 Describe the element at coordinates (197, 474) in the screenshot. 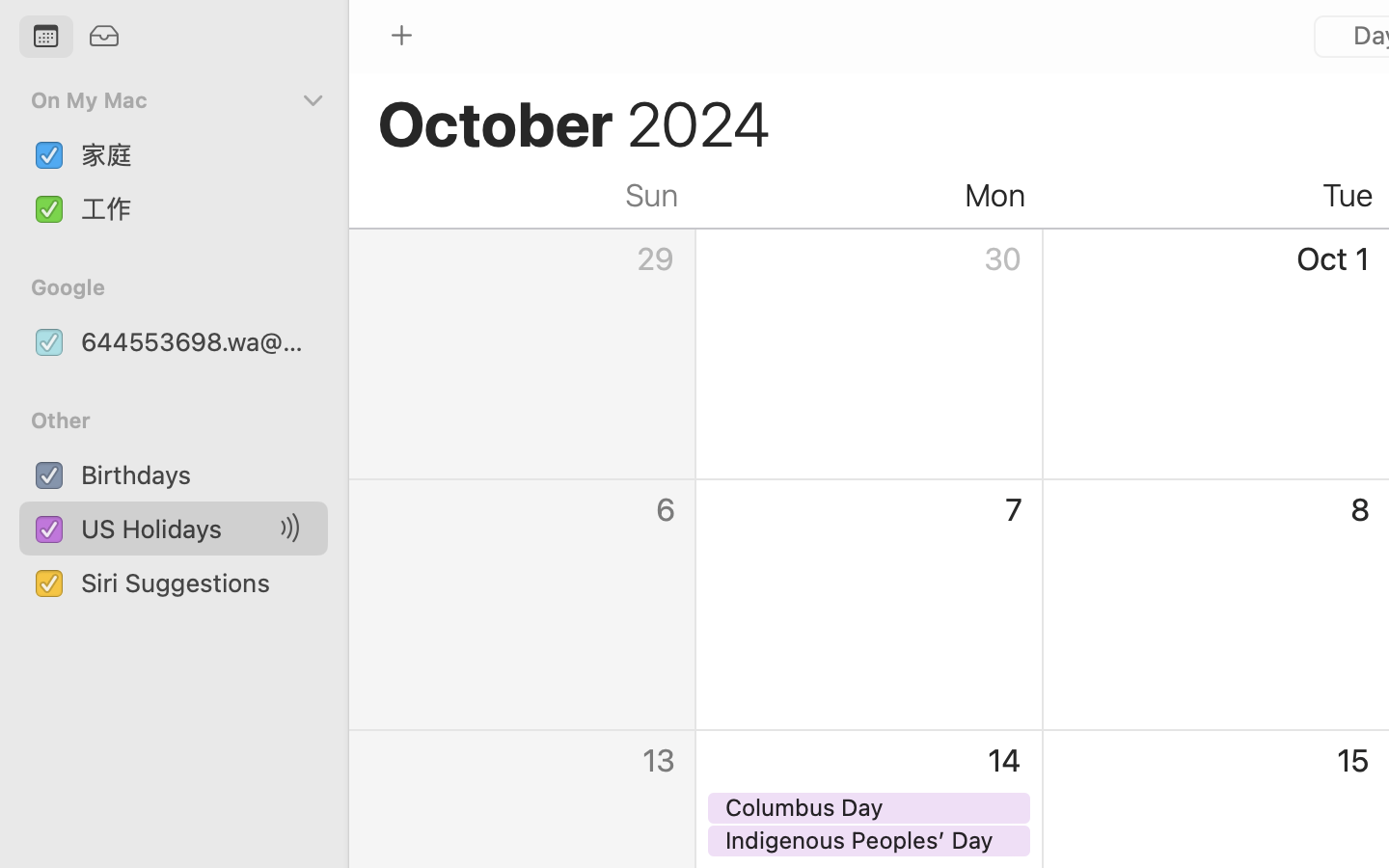

I see `'Birthdays'` at that location.